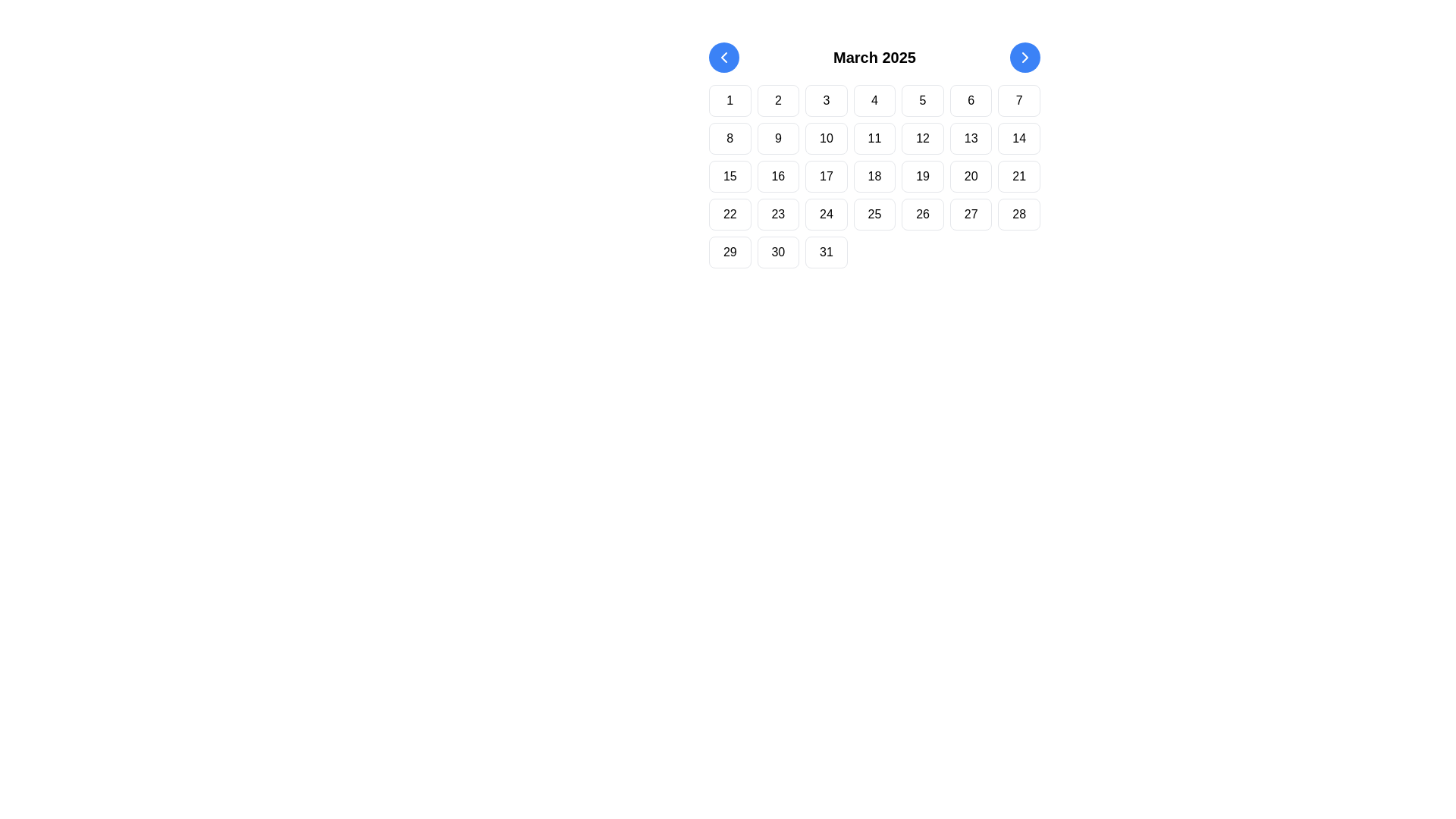 This screenshot has height=819, width=1456. I want to click on the square button with rounded corners displaying the number '16' in a bold black font, which is located in the third row and second column of the grid, so click(778, 175).